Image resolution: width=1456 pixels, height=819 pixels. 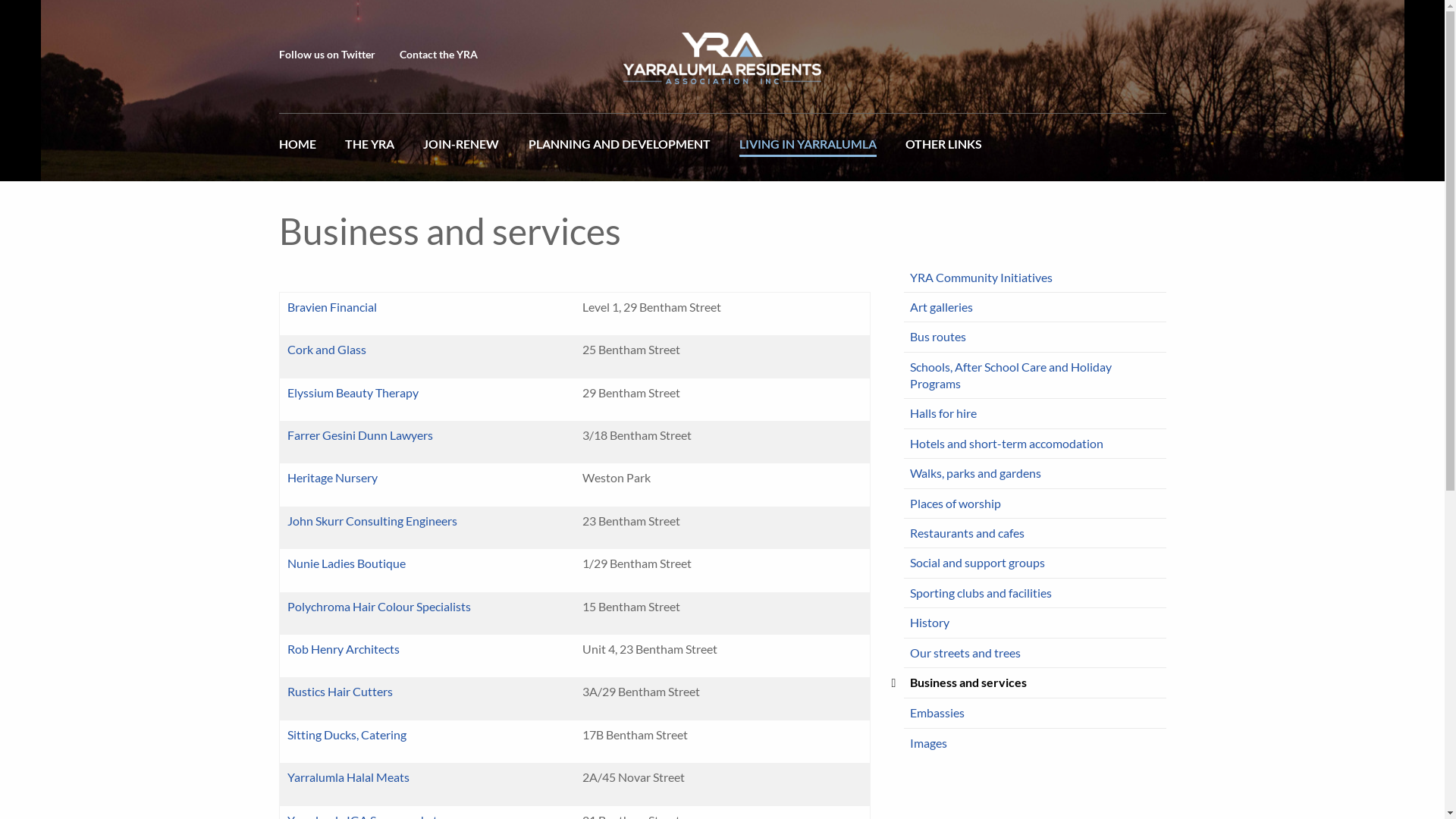 I want to click on 'Nunie Ladies Boutique', so click(x=345, y=563).